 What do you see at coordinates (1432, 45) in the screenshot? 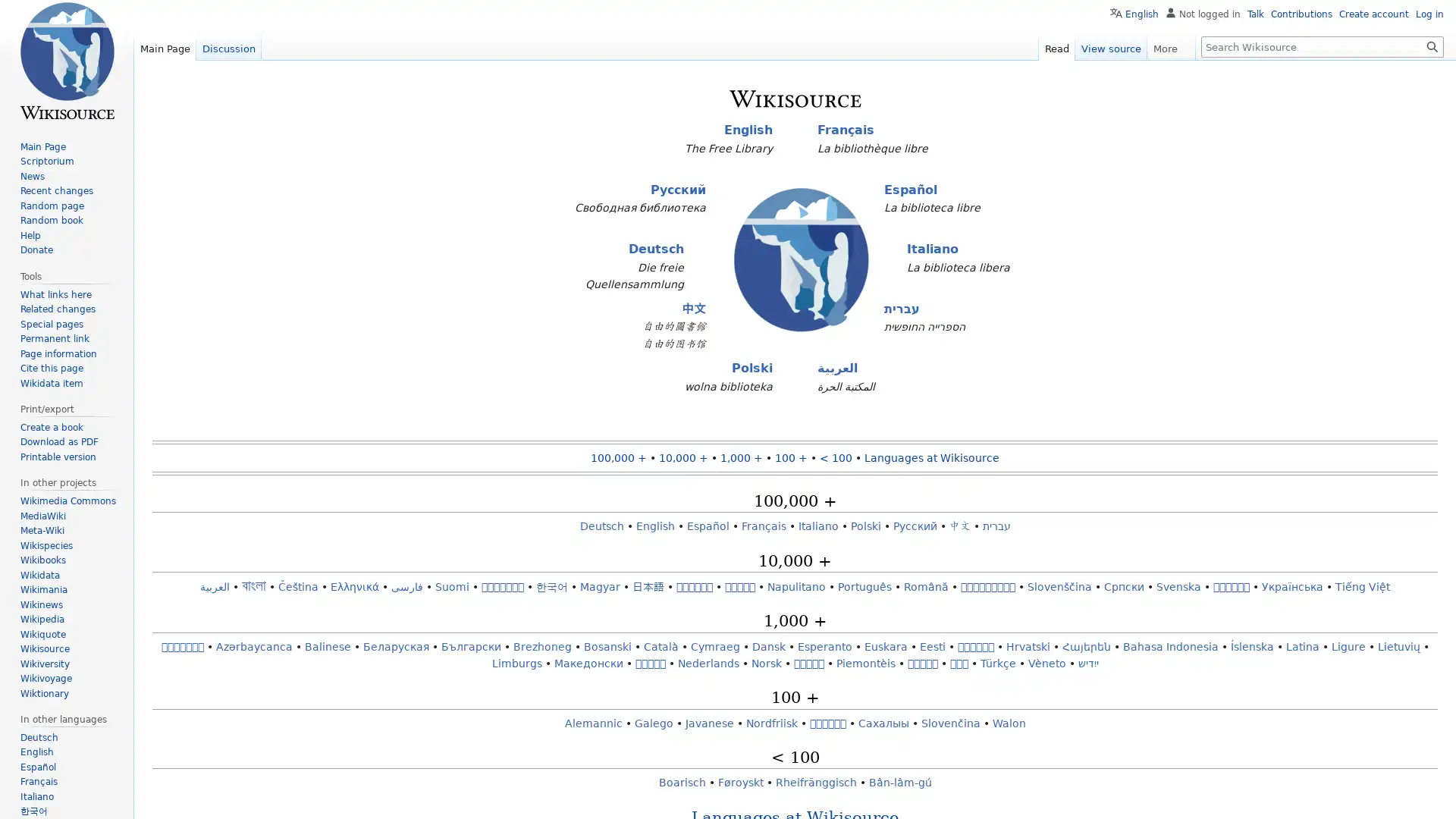
I see `Go` at bounding box center [1432, 45].